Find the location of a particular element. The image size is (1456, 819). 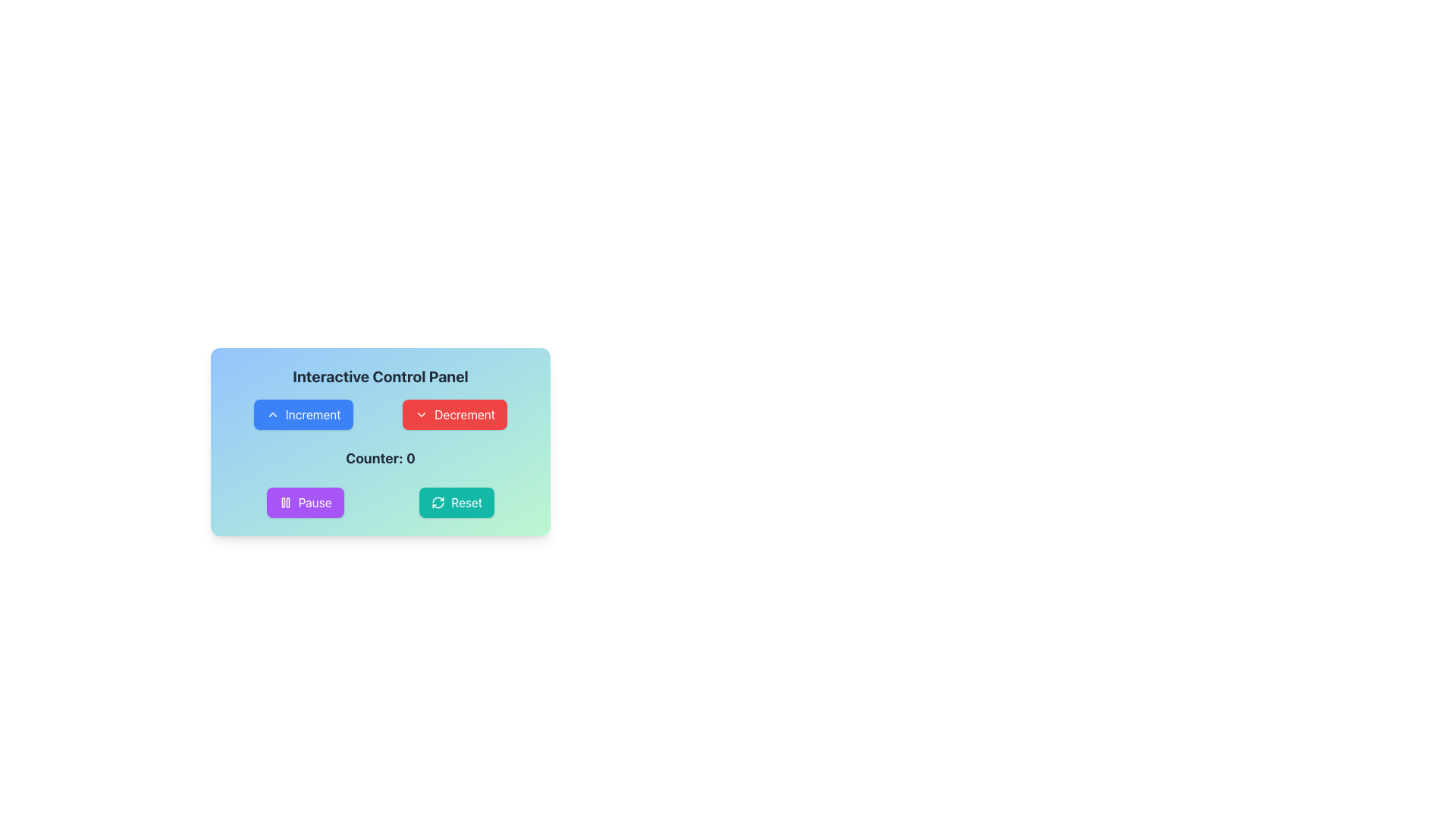

the Button Group located at the bottom of the 'Interactive Control Panel', which includes the 'Pause' button on the left and the 'Reset' button on the right is located at coordinates (381, 503).